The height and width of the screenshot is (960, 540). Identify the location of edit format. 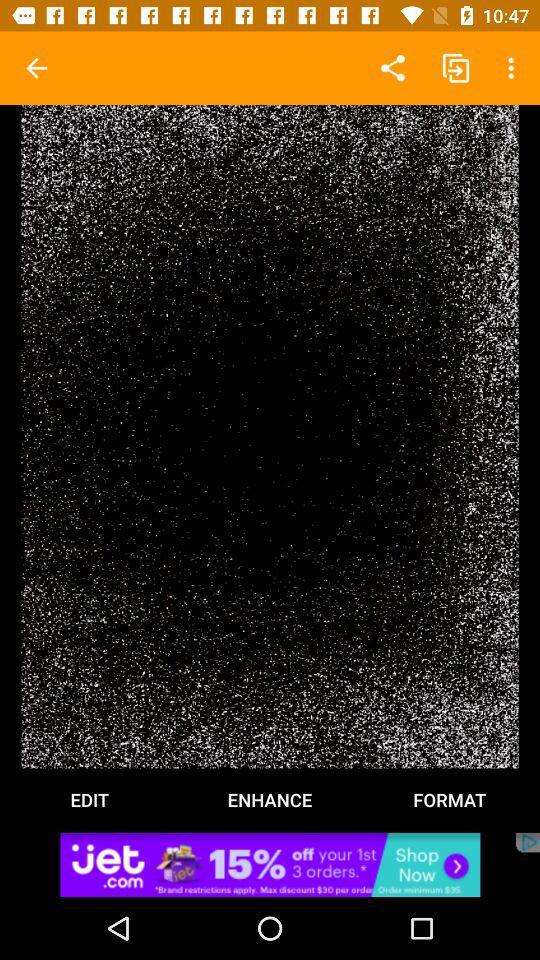
(270, 436).